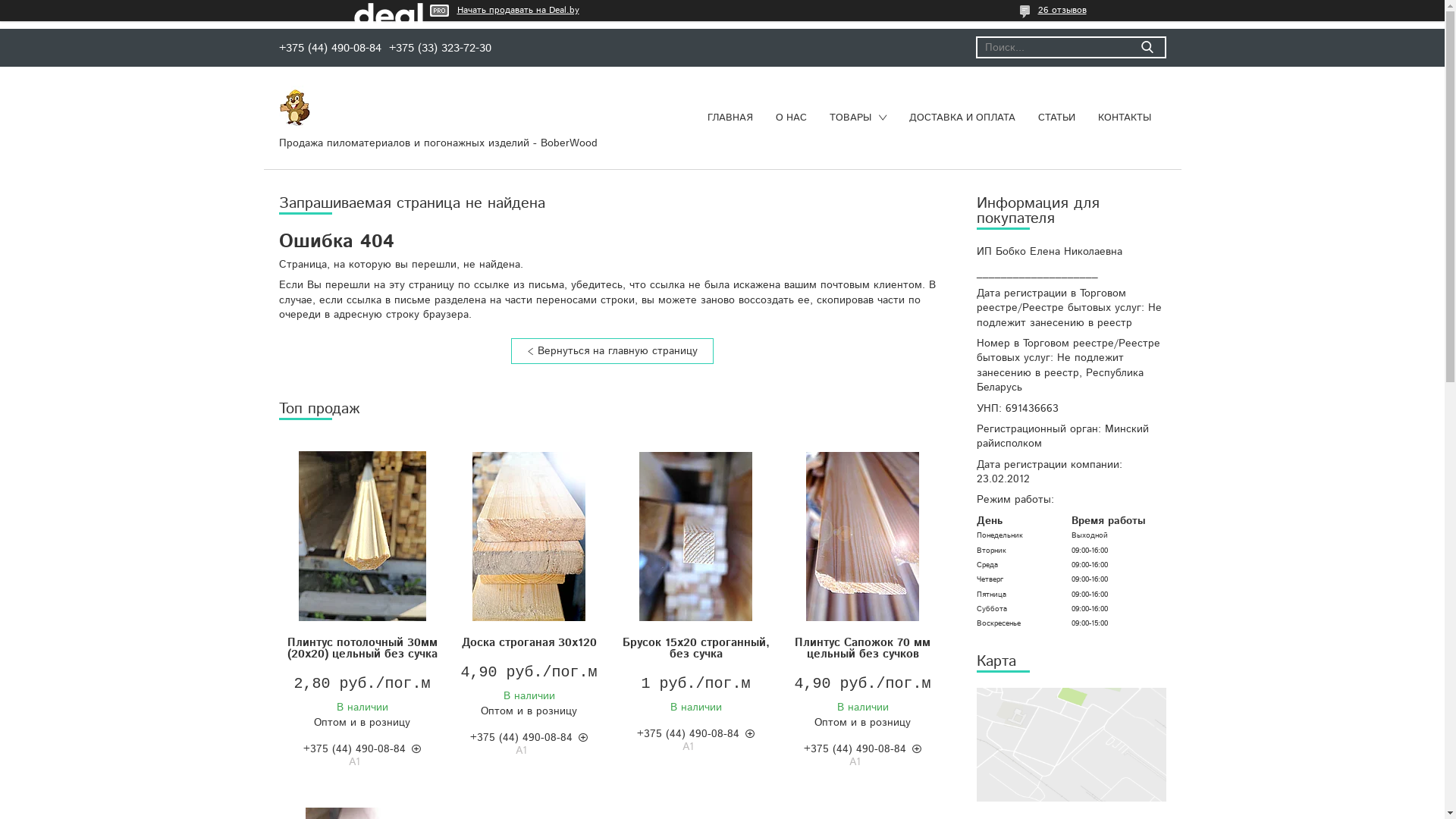  I want to click on 'BoberWood', so click(294, 106).